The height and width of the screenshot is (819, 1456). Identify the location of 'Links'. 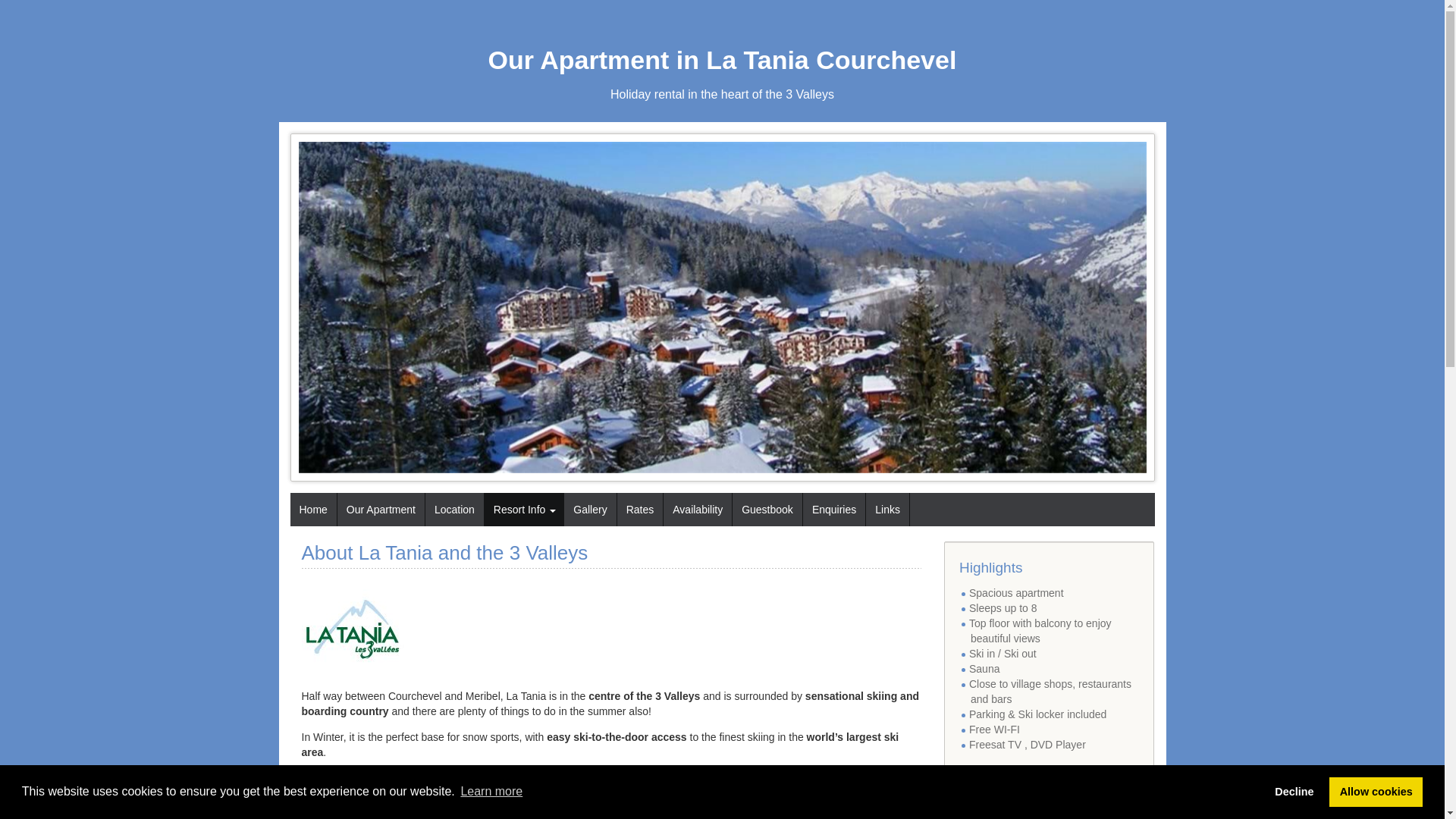
(887, 509).